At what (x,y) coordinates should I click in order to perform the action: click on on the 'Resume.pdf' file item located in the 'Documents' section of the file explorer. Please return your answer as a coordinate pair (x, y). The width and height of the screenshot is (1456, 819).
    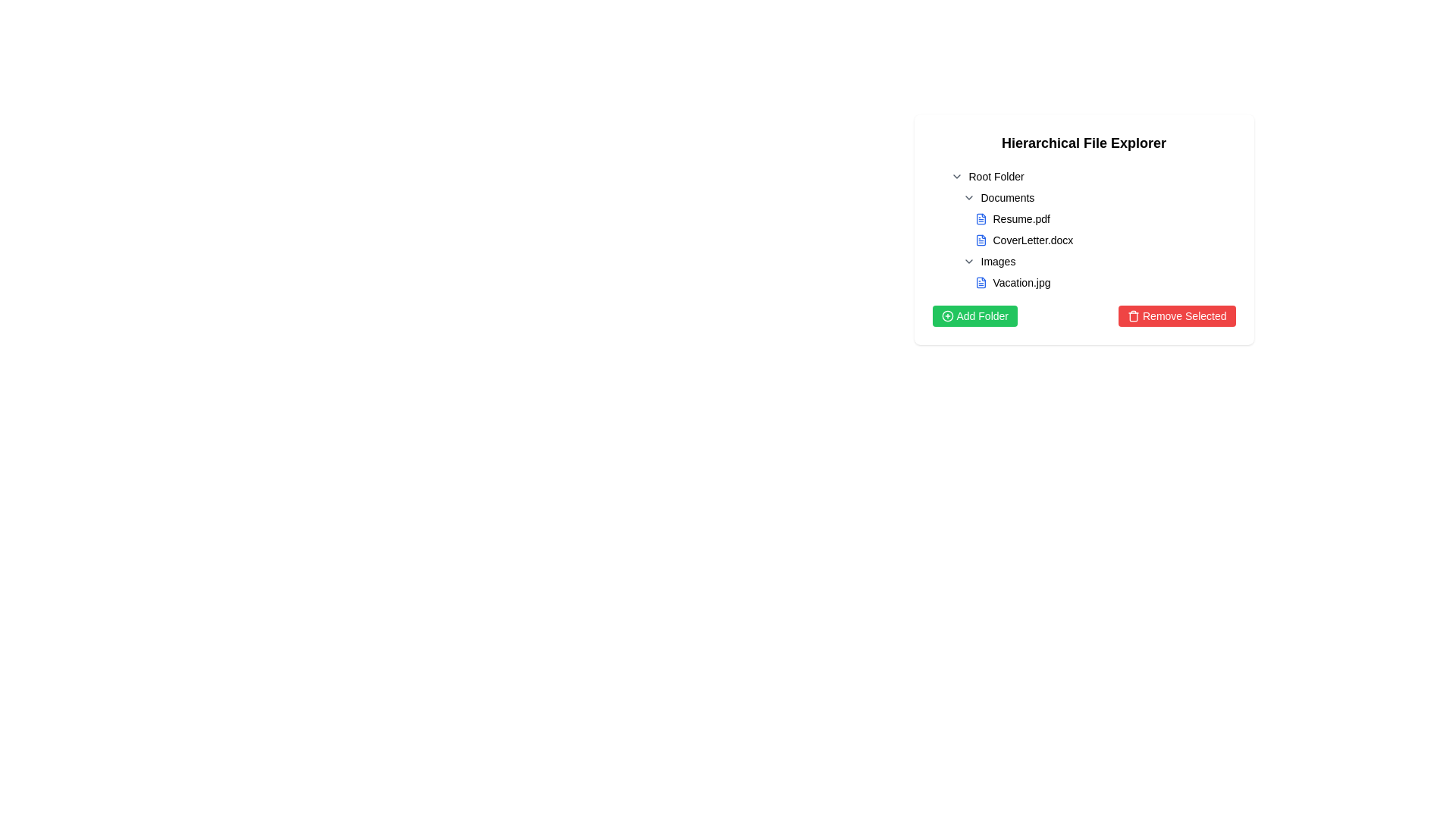
    Looking at the image, I should click on (1102, 219).